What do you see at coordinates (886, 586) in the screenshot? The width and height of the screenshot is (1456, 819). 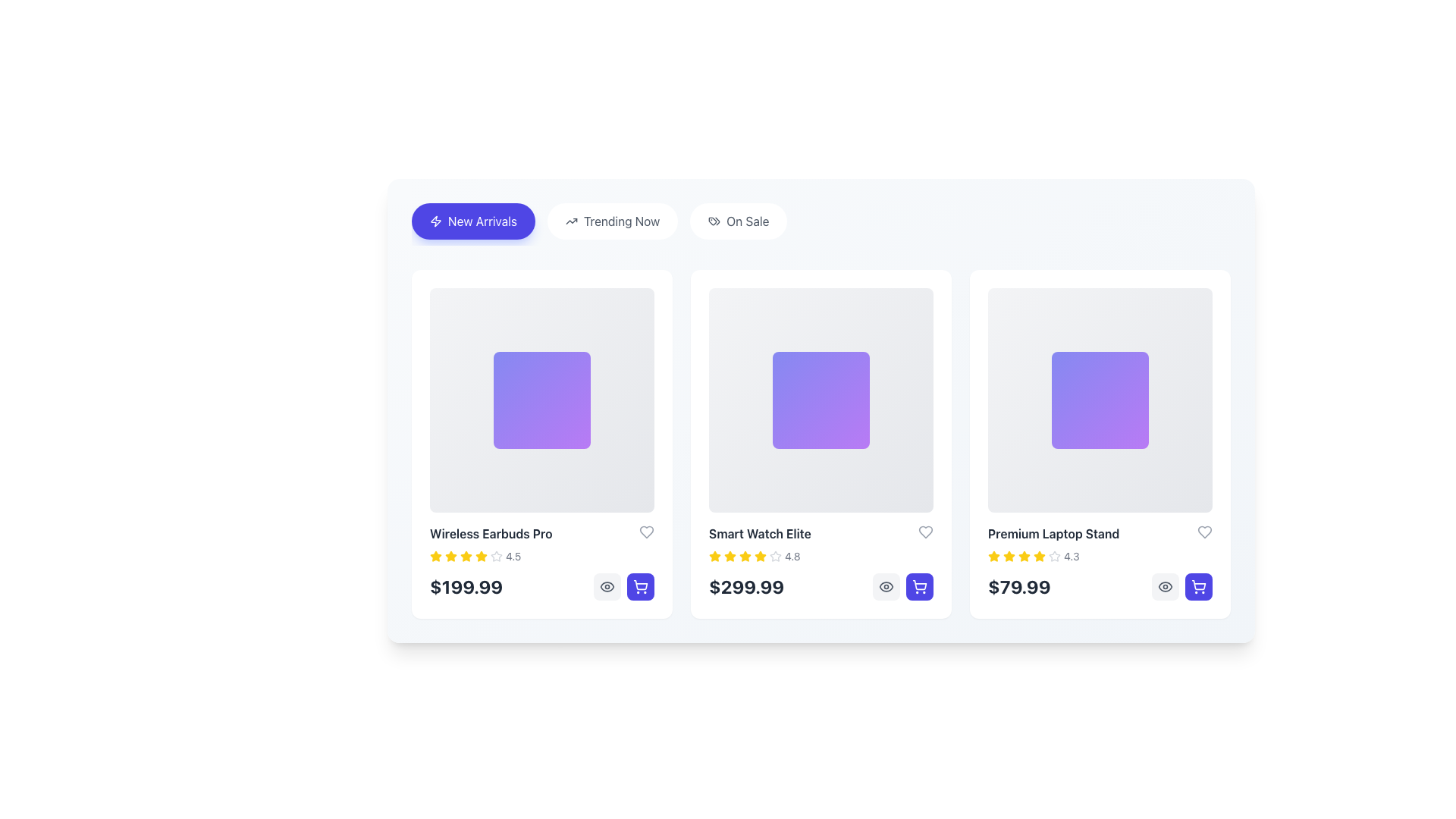 I see `the eye-shaped icon button located in the lower right corner of the 'Premium Laptop Stand' product card` at bounding box center [886, 586].